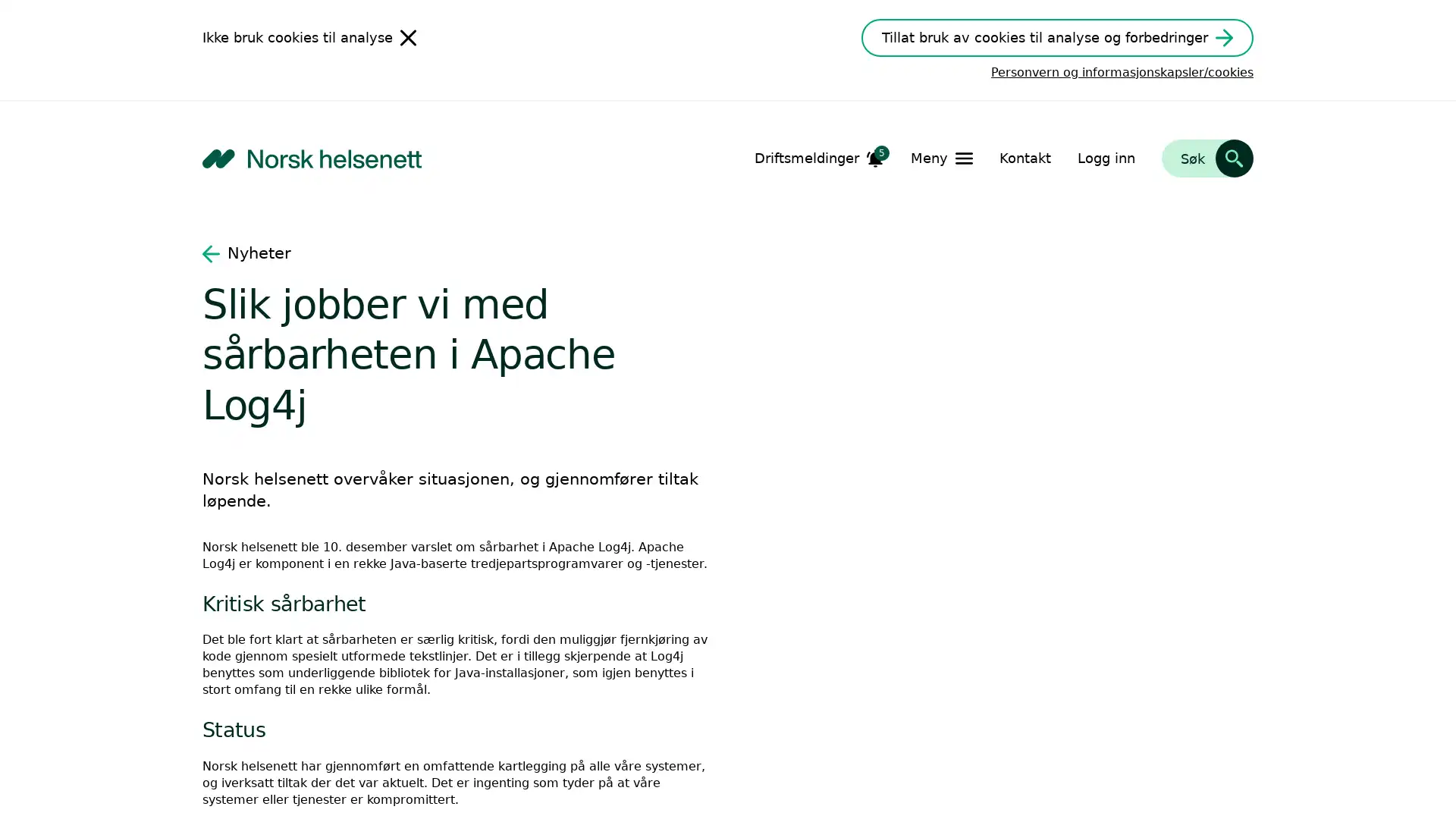  What do you see at coordinates (1056, 37) in the screenshot?
I see `Tillat bruk av cookies til analyse og forbedringer` at bounding box center [1056, 37].